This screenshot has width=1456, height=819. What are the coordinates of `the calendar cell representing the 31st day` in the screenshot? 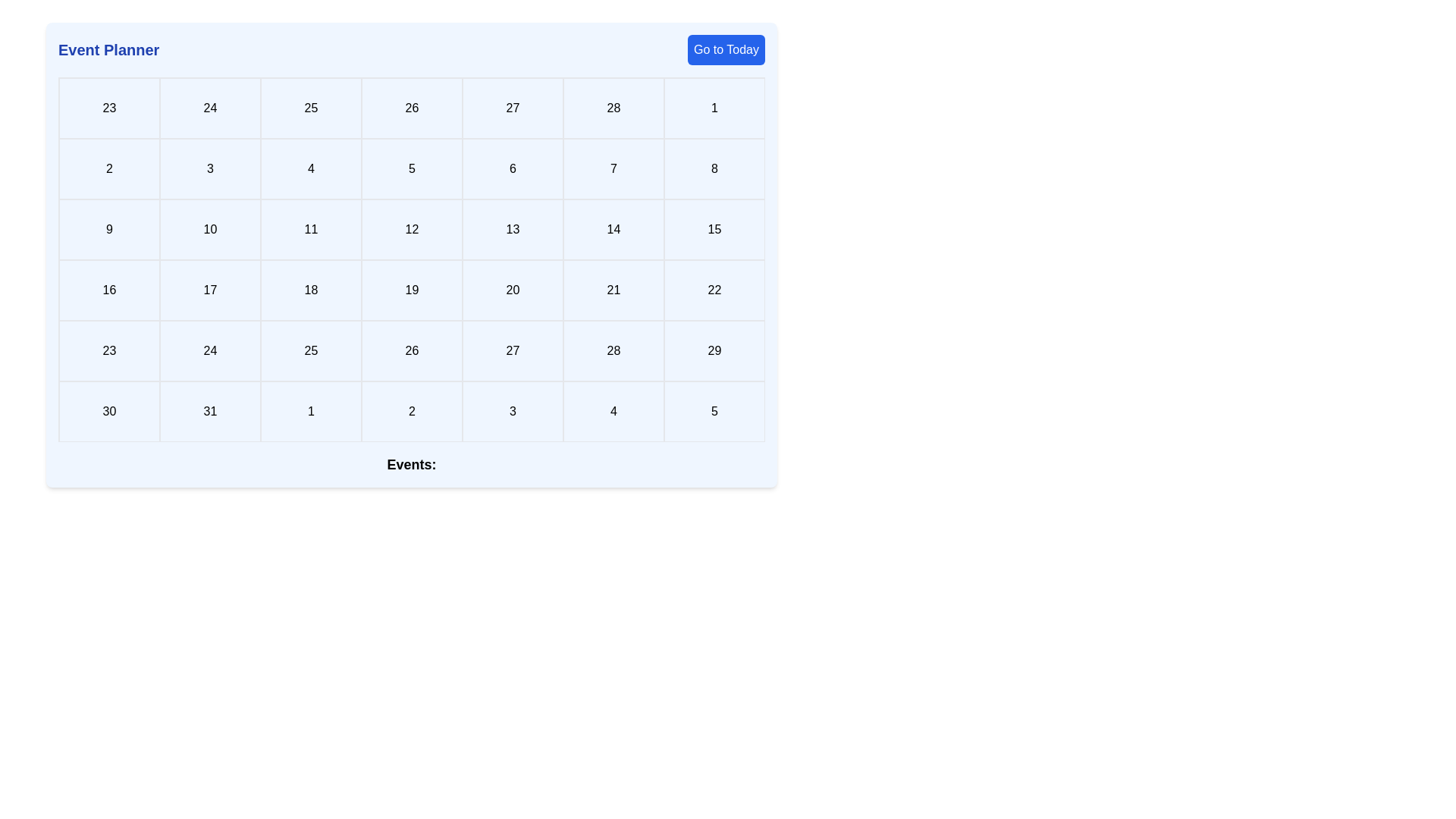 It's located at (209, 412).